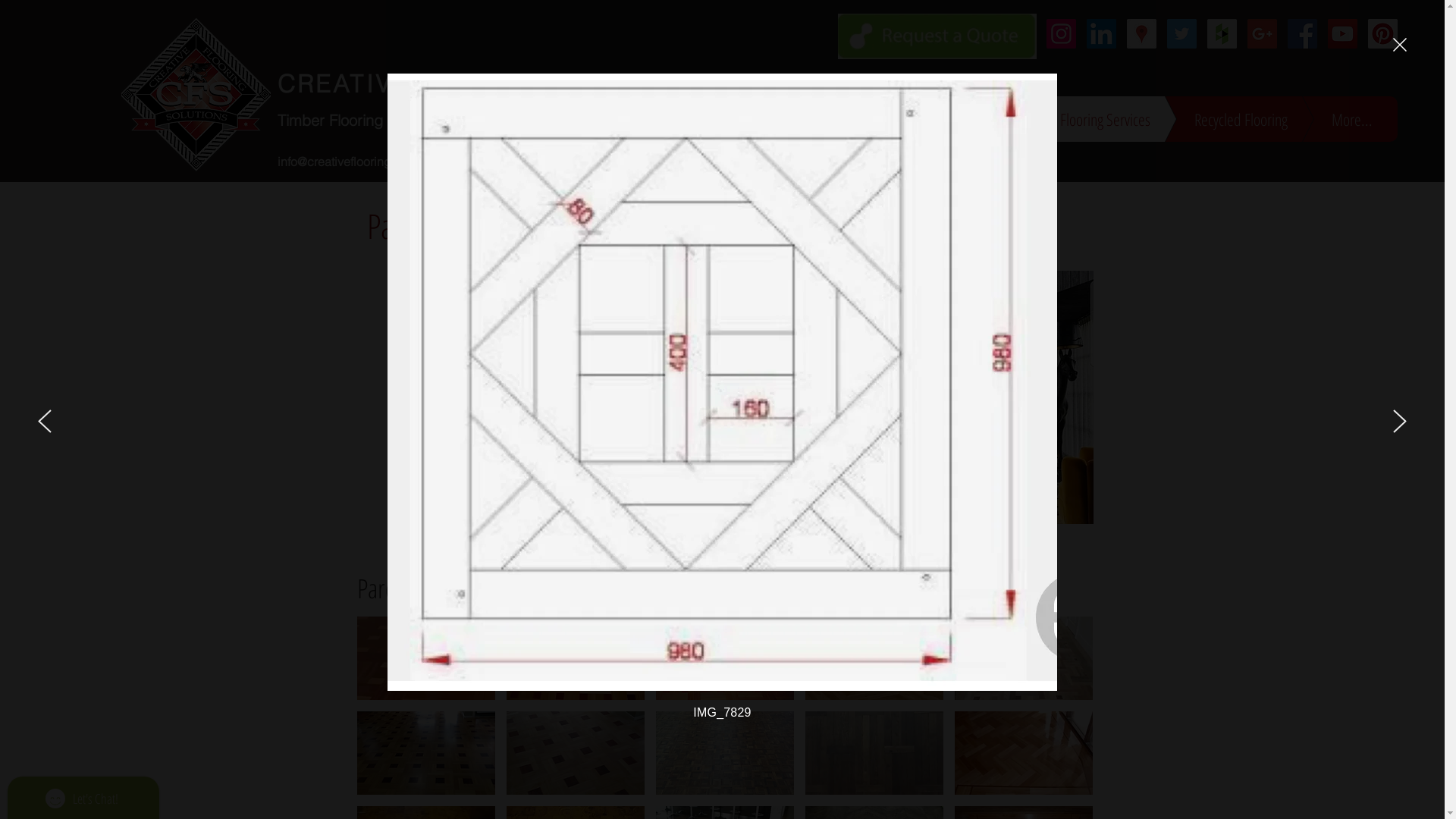 The height and width of the screenshot is (819, 1456). Describe the element at coordinates (989, 117) in the screenshot. I see `'Flooring Services'` at that location.